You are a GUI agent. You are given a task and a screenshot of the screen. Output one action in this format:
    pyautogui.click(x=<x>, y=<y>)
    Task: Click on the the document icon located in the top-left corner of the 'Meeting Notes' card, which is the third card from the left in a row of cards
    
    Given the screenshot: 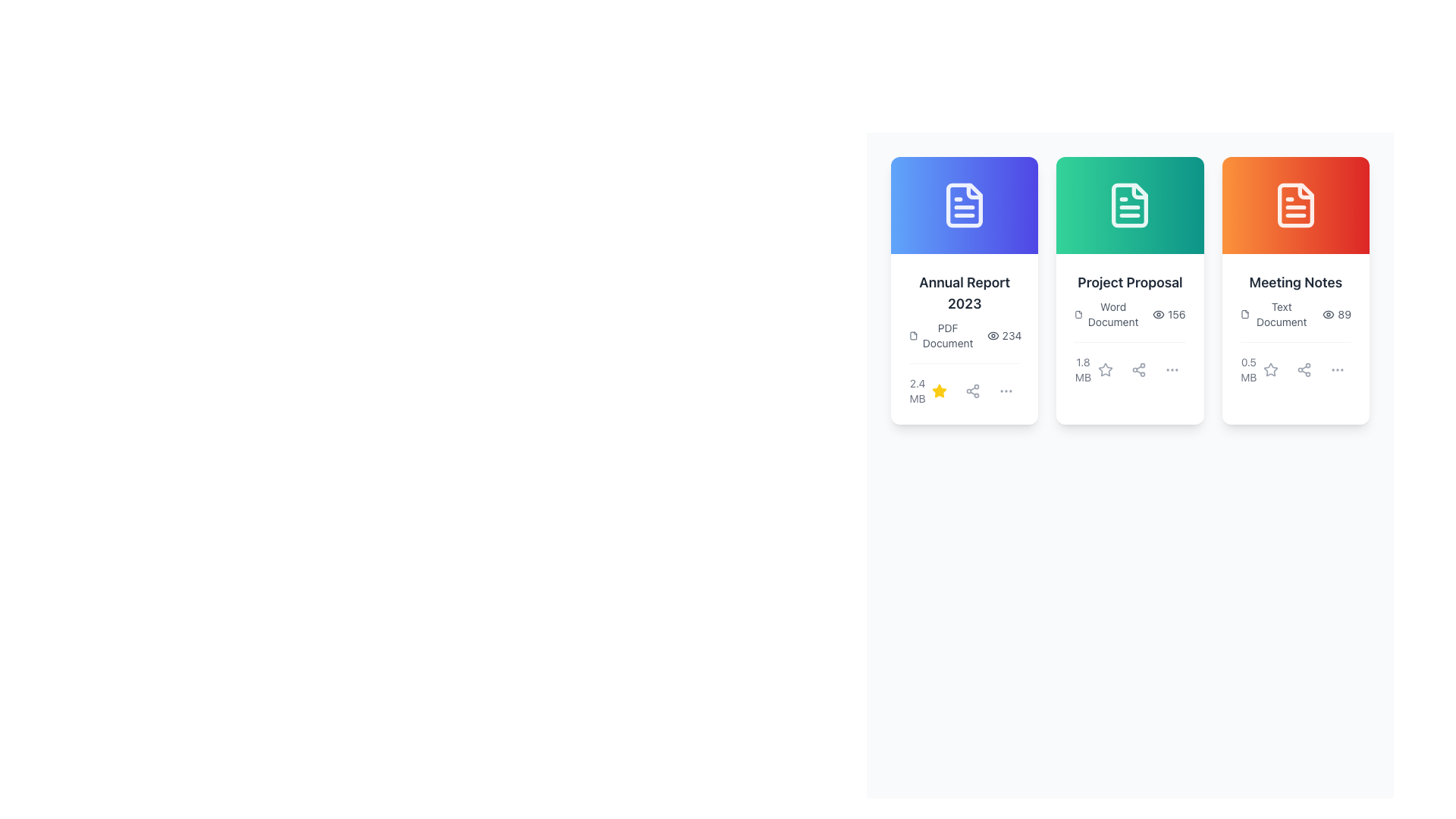 What is the action you would take?
    pyautogui.click(x=1244, y=314)
    